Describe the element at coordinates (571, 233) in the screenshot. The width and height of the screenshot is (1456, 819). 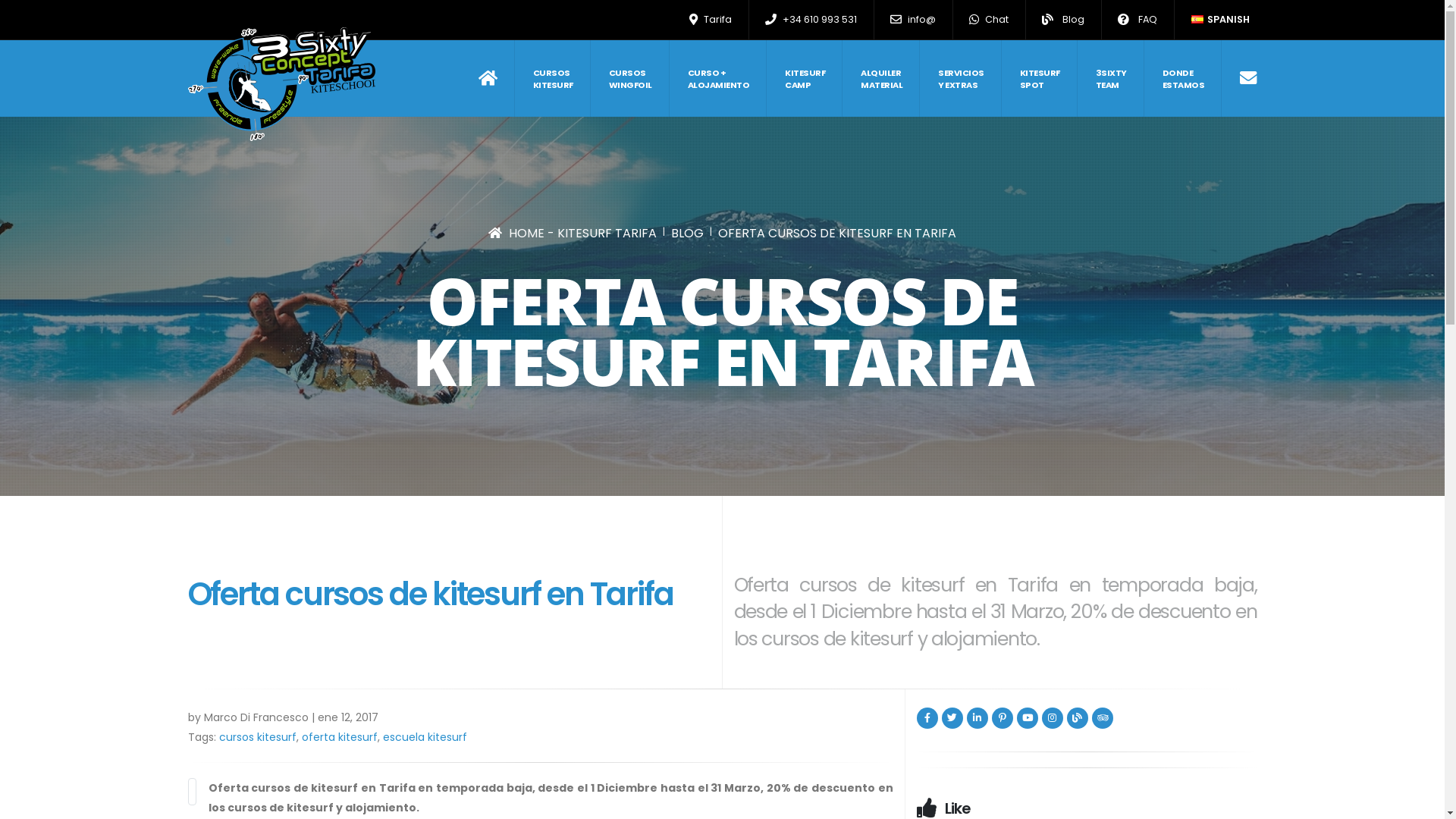
I see `'HOME - KITESURF TARIFA'` at that location.